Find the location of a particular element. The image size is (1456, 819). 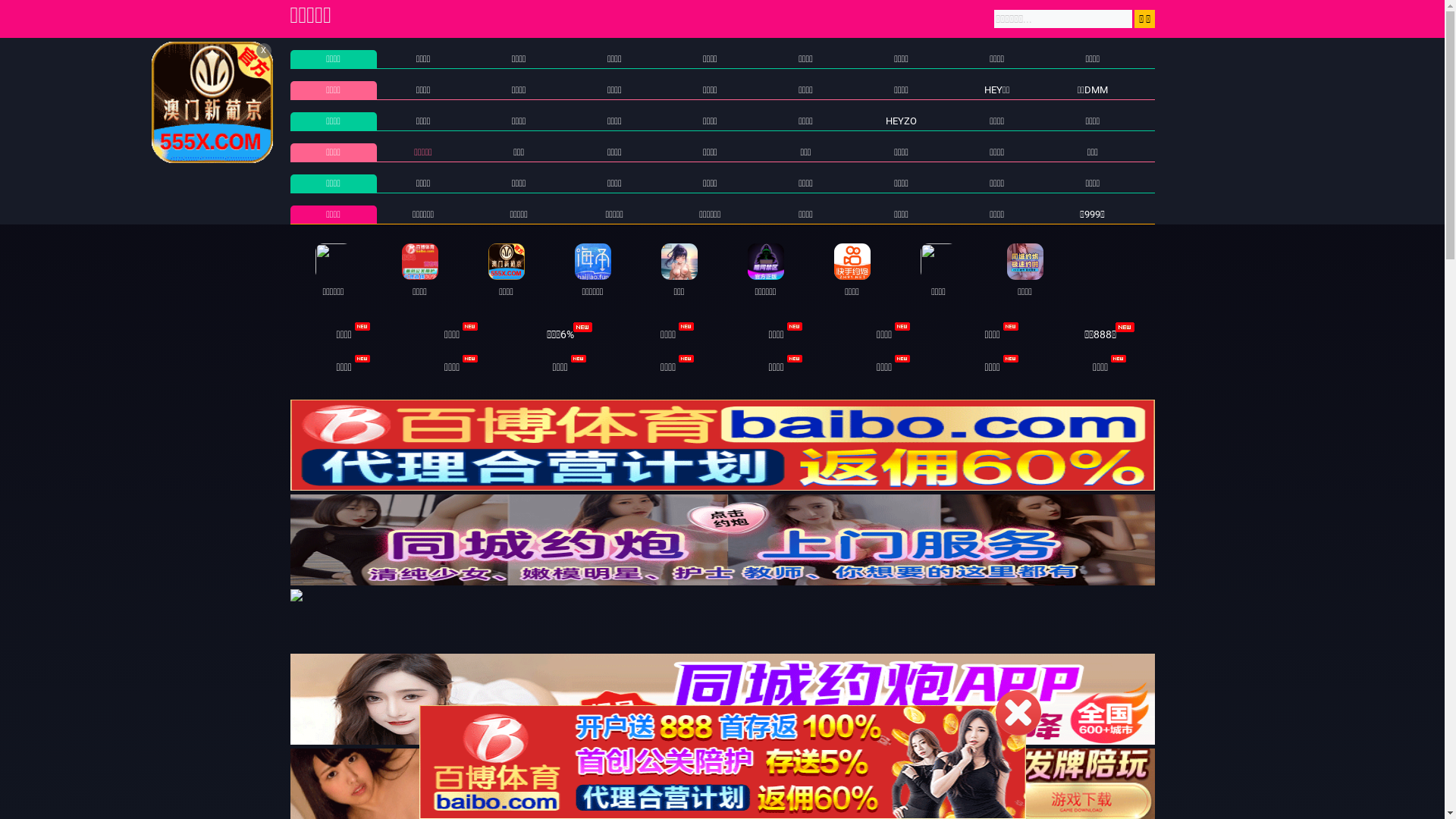

'HEYZO' is located at coordinates (885, 120).